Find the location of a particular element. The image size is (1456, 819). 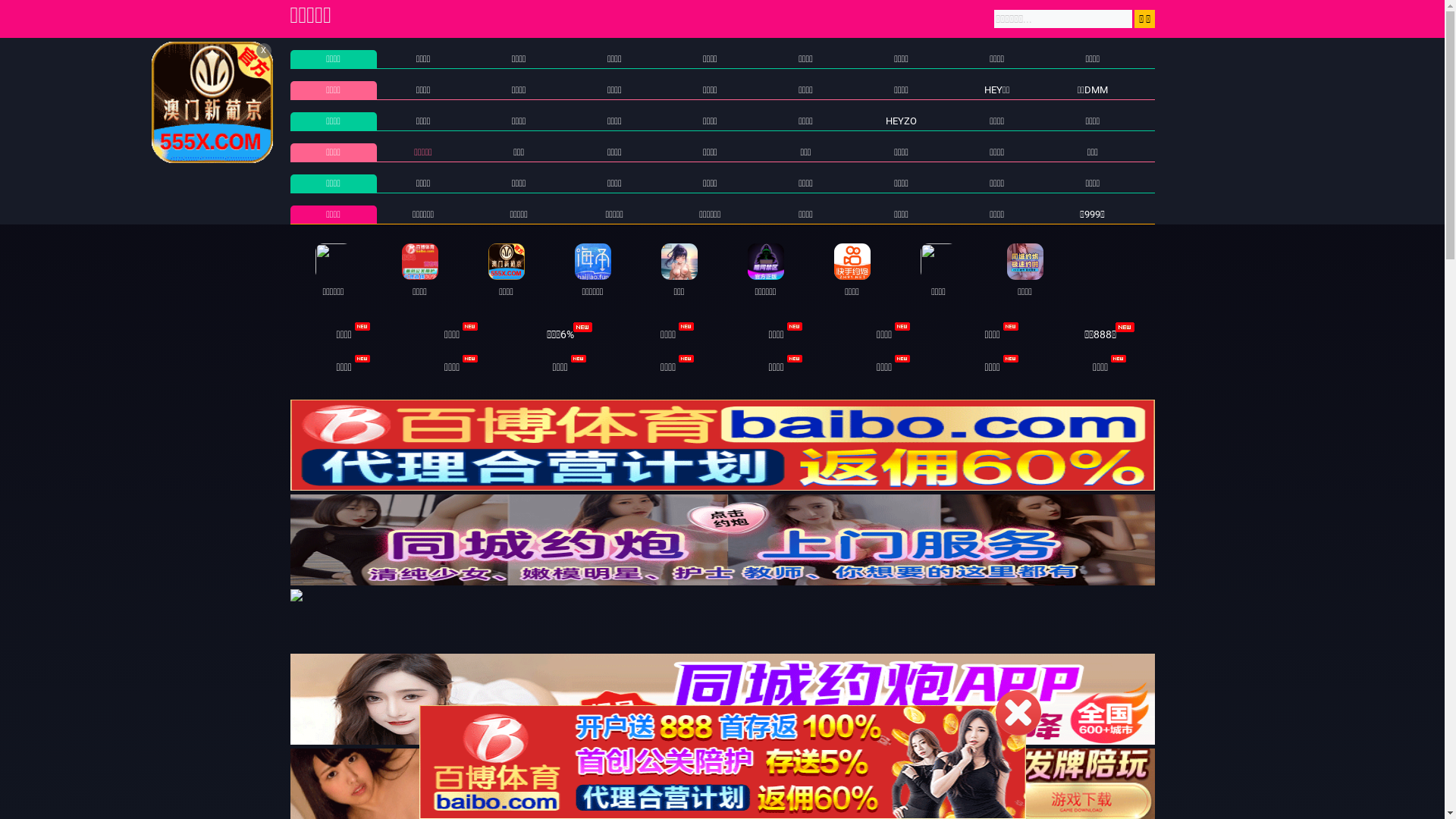

'HEYZO' is located at coordinates (885, 120).